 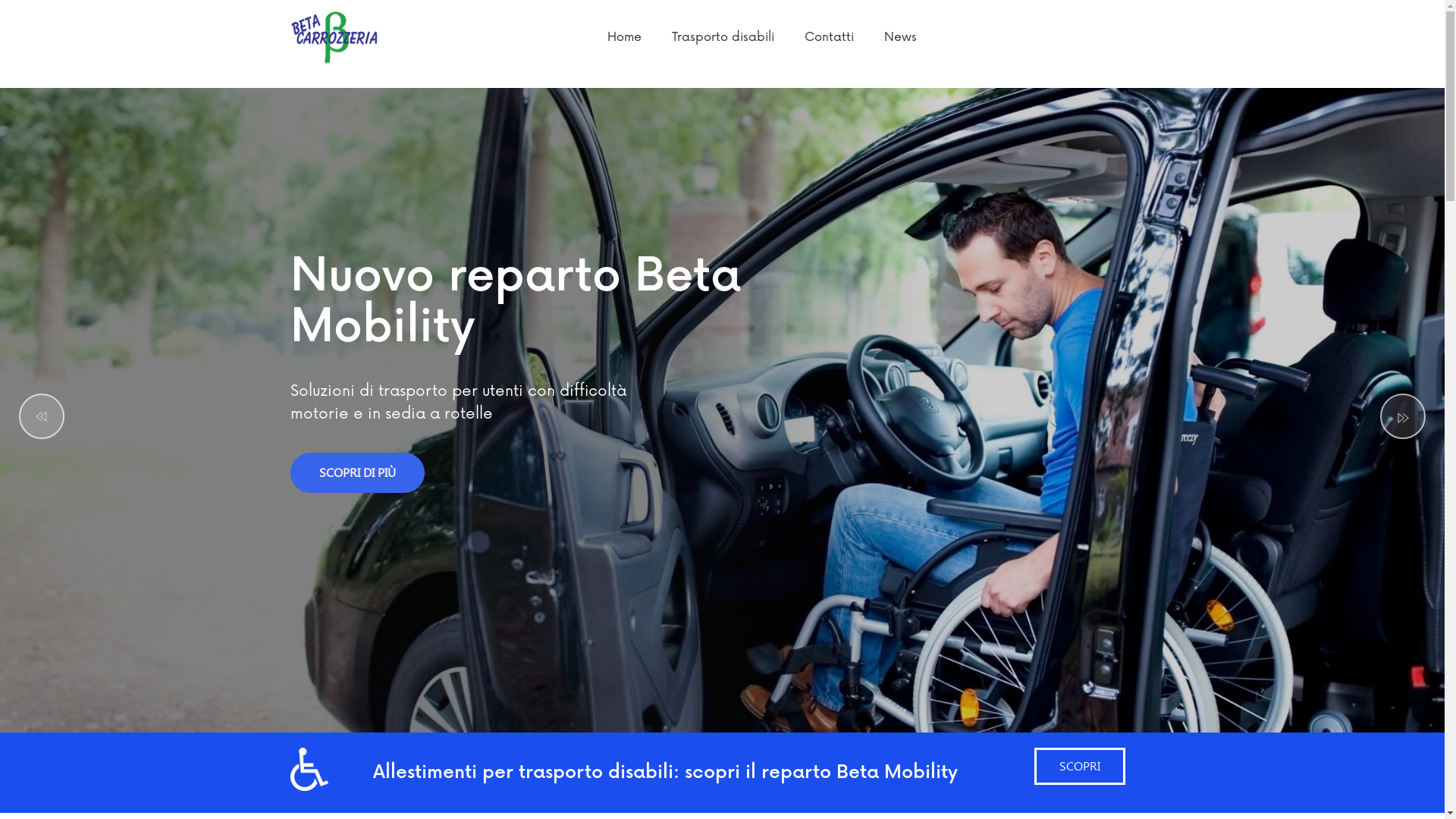 What do you see at coordinates (828, 36) in the screenshot?
I see `'Contatti'` at bounding box center [828, 36].